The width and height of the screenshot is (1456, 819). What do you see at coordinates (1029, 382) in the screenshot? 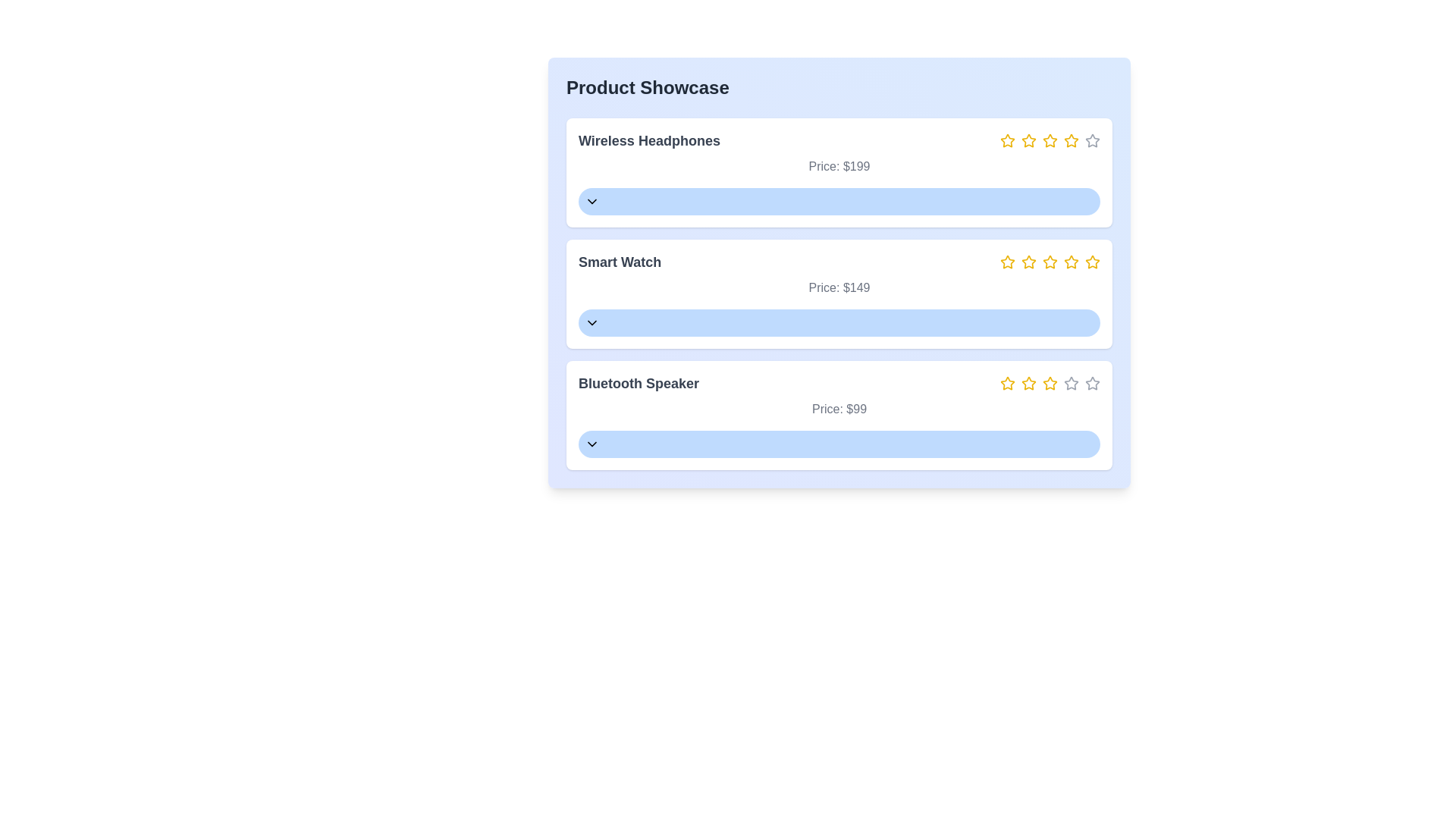
I see `the second star icon in the 5-star rating system for the 'Bluetooth Speaker' product card, which is styled with a yellow outline and no fill` at bounding box center [1029, 382].